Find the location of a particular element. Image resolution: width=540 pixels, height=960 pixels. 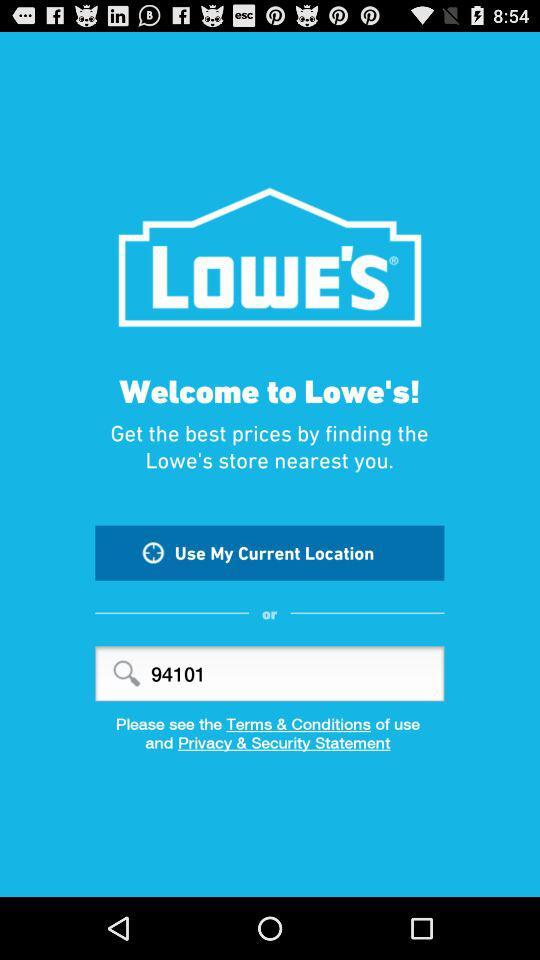

item above the and privacy security icon is located at coordinates (270, 722).